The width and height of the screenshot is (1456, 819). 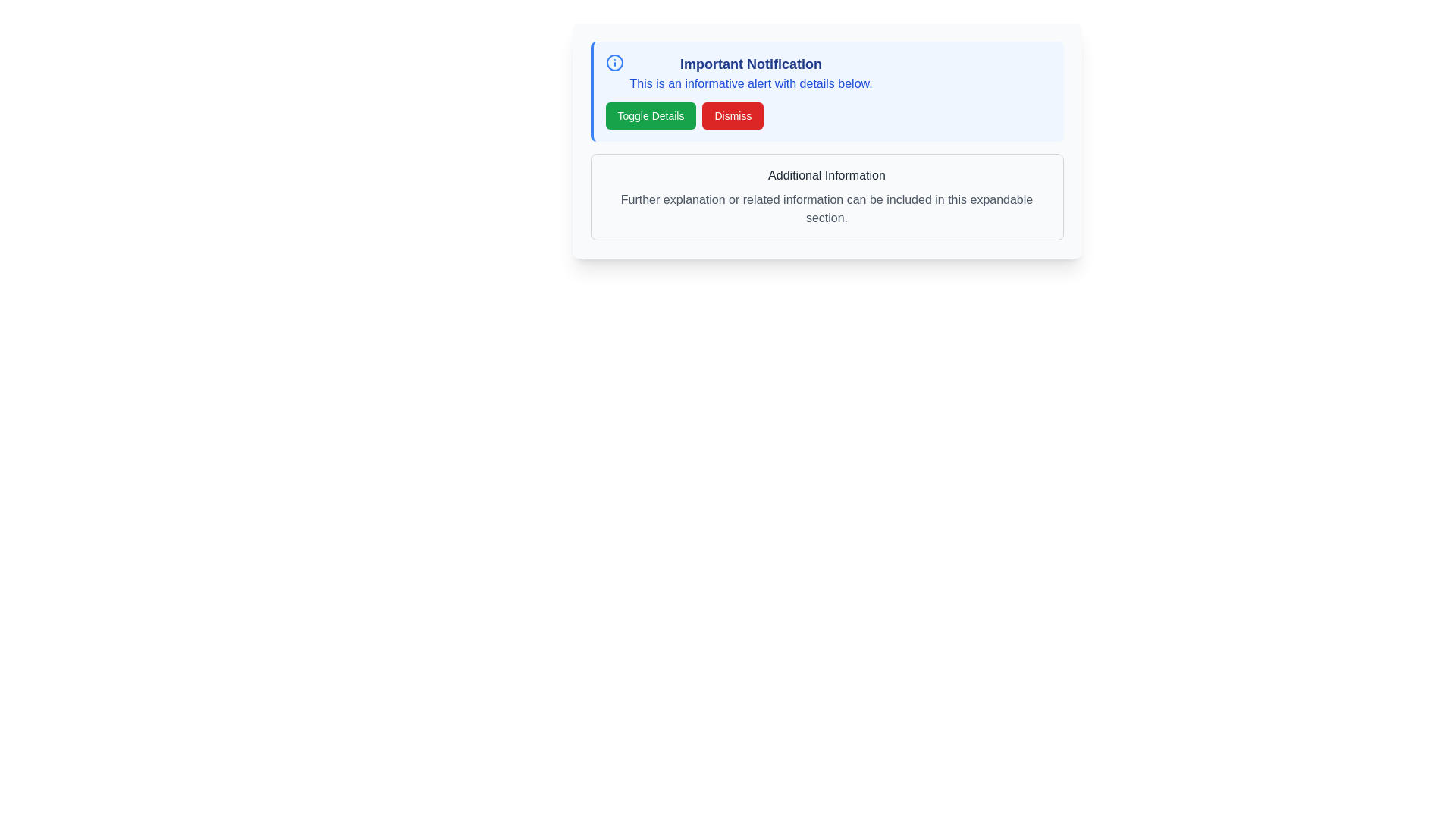 I want to click on the dismiss button located on the right-hand side of the notification panel, so click(x=733, y=115).